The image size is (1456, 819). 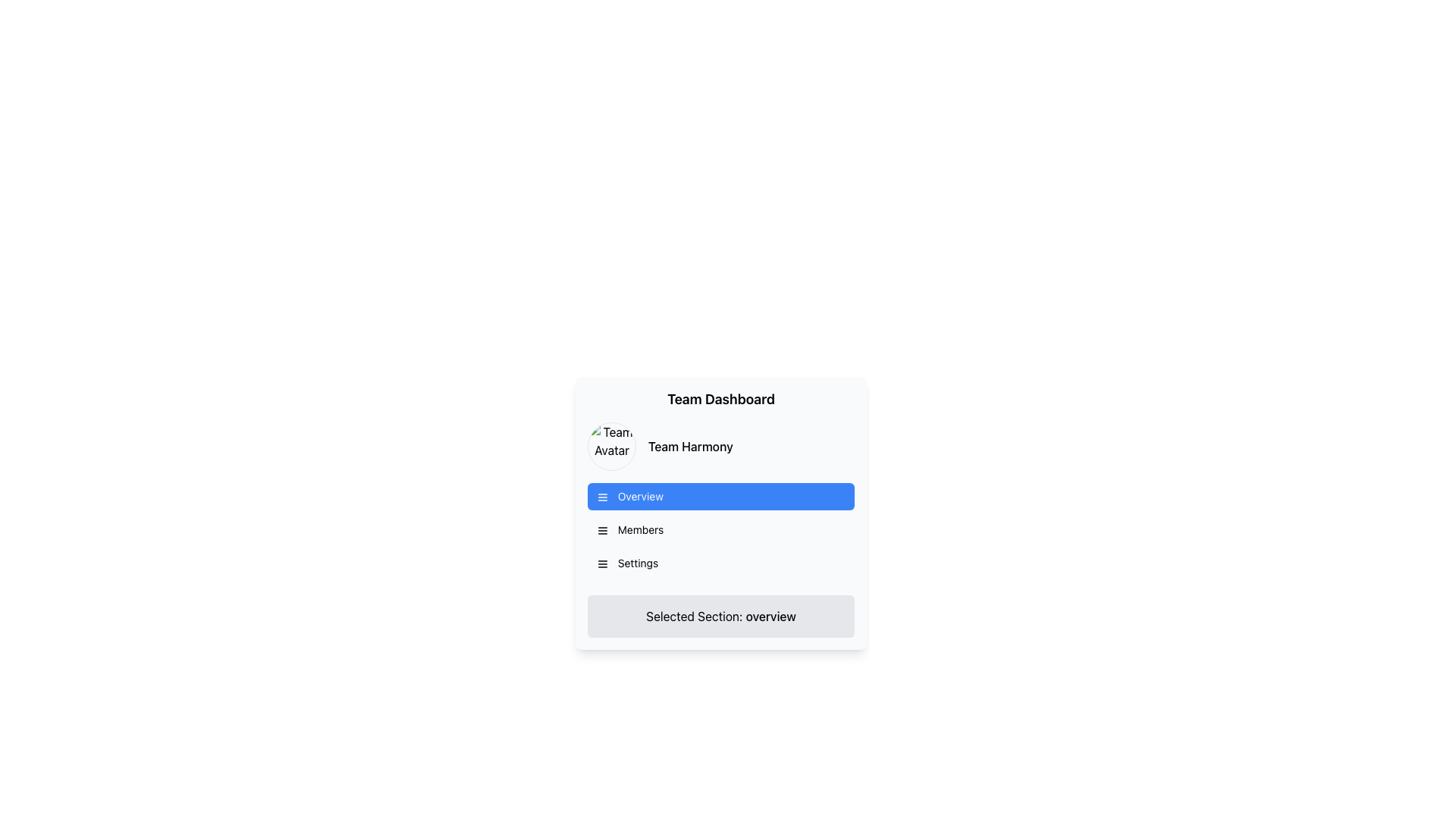 What do you see at coordinates (689, 446) in the screenshot?
I see `the Text label identifying the name of the team currently being viewed in the dashboard, located below 'Team Dashboard' and above the 'Overview' button` at bounding box center [689, 446].